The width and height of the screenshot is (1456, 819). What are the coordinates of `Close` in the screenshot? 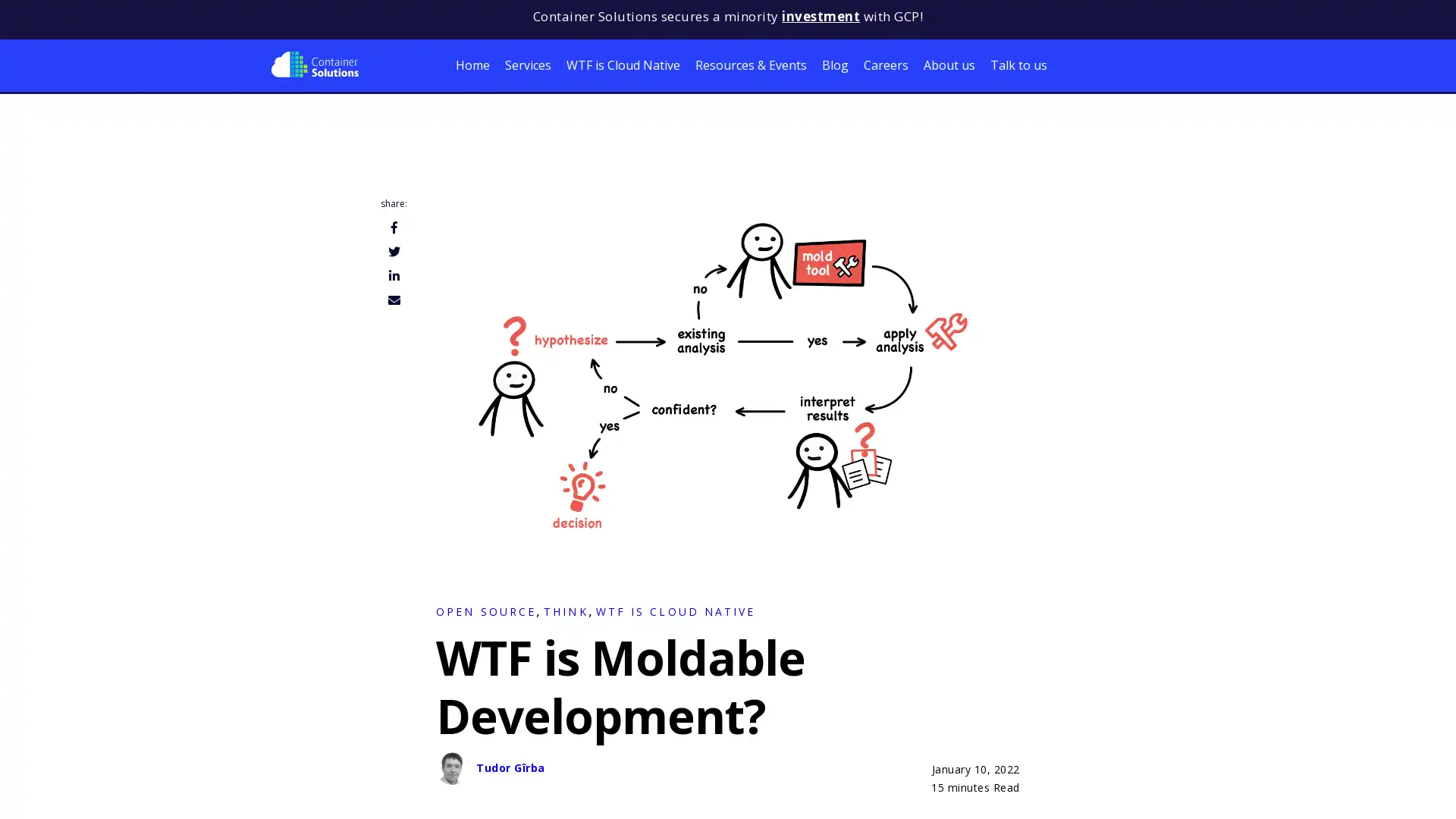 It's located at (303, 705).